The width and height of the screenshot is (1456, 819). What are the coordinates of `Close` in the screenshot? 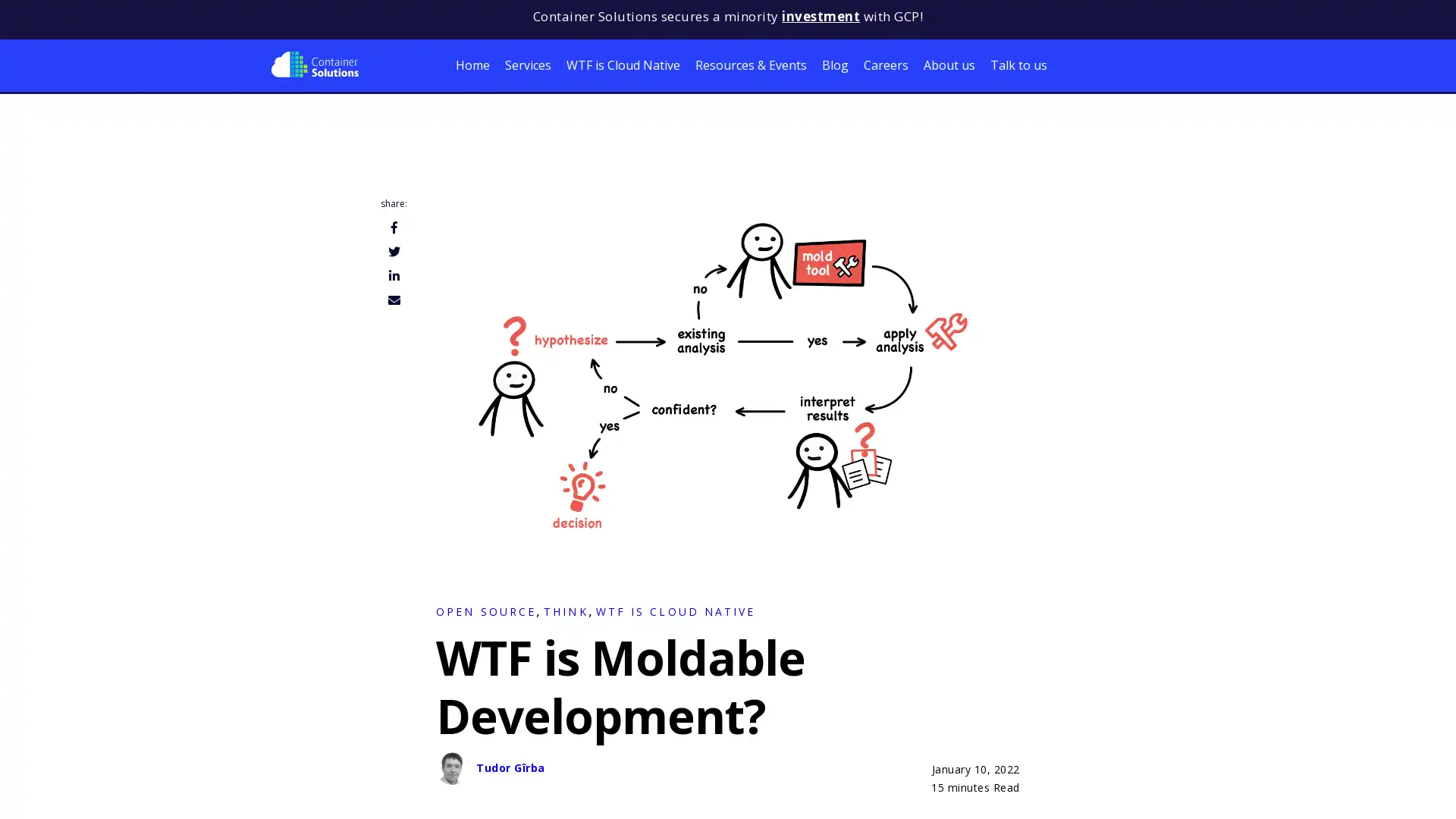 It's located at (303, 705).